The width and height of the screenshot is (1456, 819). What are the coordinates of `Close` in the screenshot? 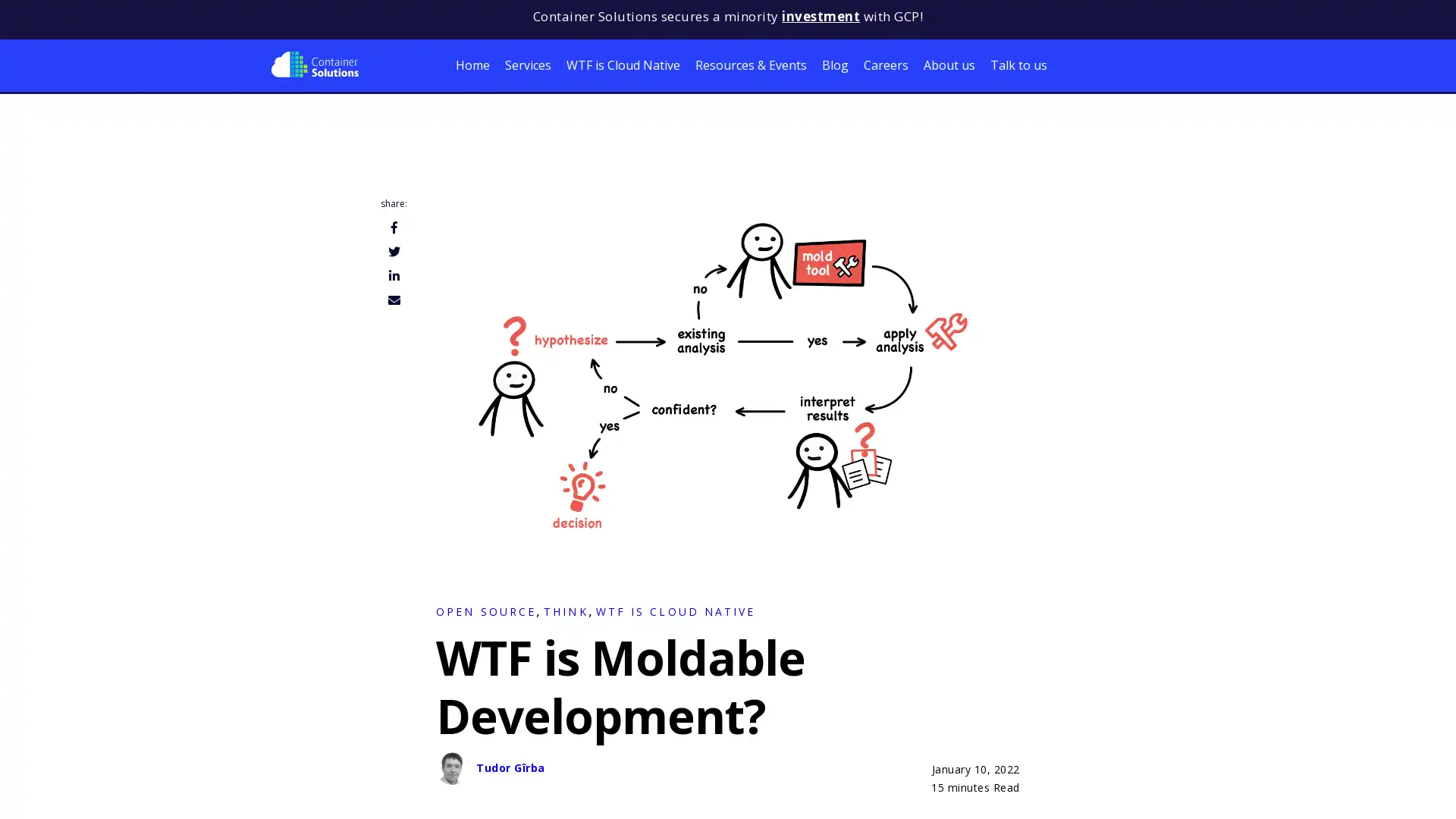 It's located at (303, 705).